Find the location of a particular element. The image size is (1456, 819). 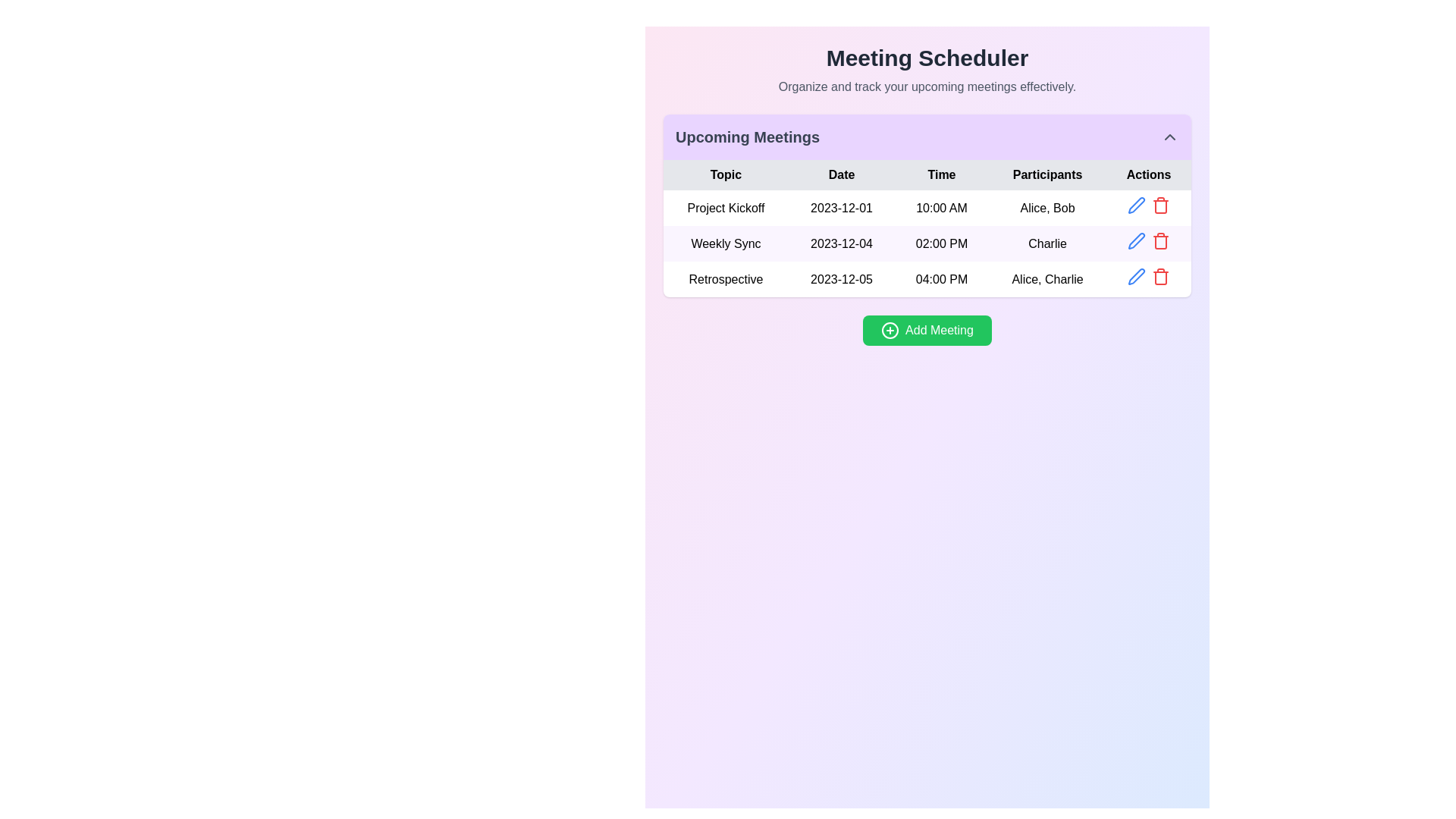

the delete button located in the 'Actions' column of the last row in the 'Upcoming Meetings' table is located at coordinates (1160, 277).